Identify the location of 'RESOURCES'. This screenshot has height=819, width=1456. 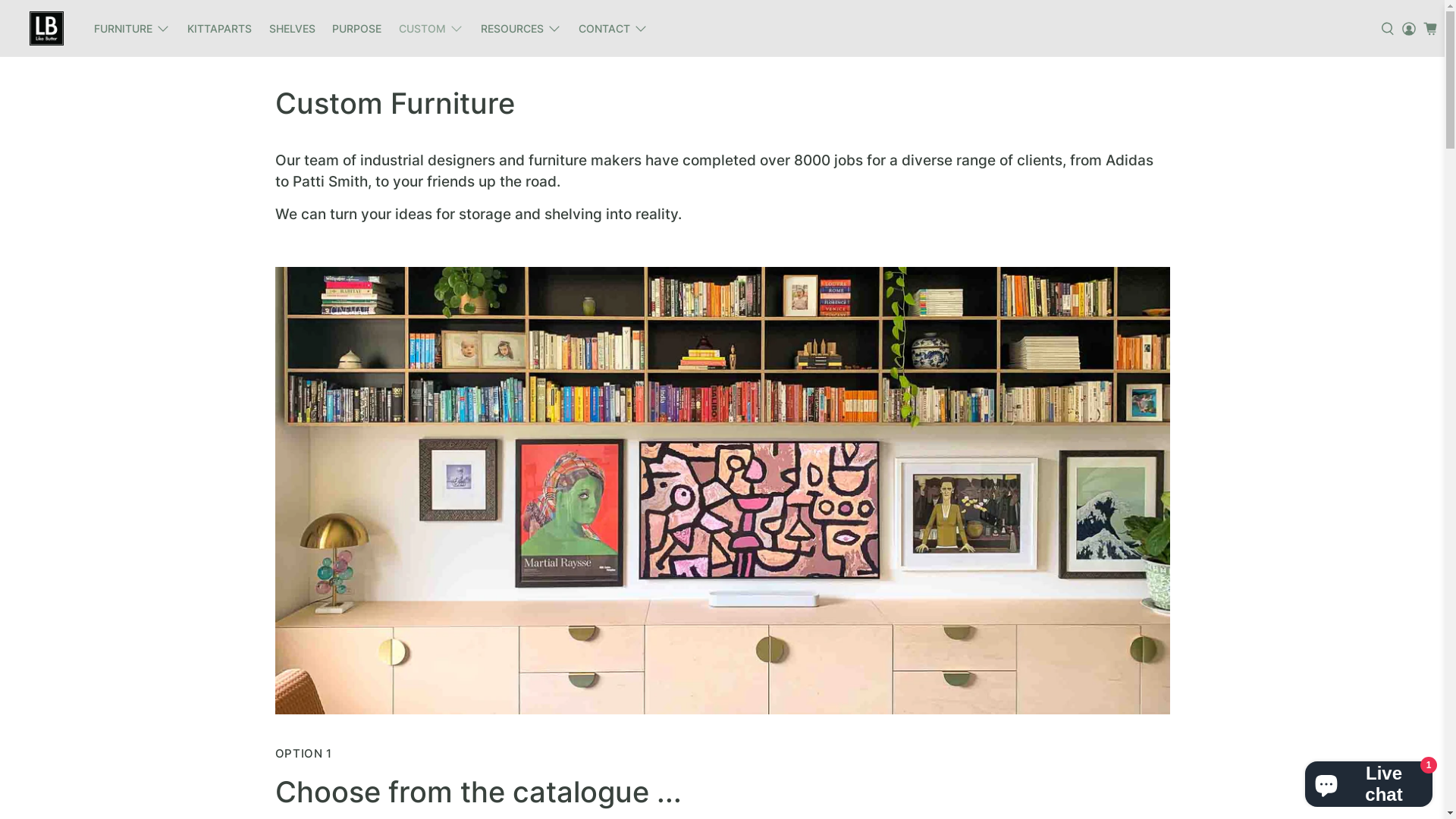
(520, 28).